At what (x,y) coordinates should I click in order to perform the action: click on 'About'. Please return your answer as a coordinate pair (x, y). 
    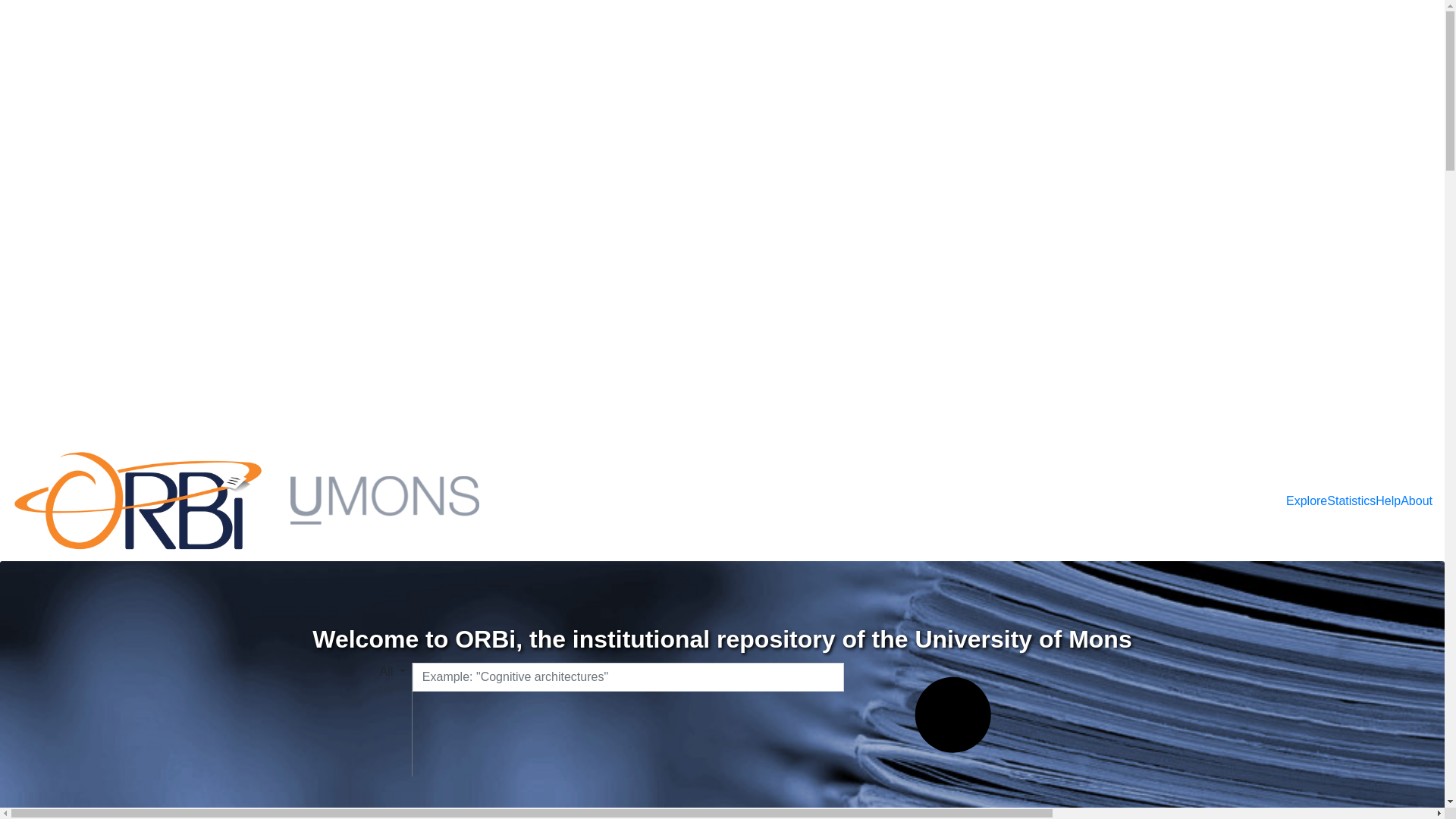
    Looking at the image, I should click on (1400, 500).